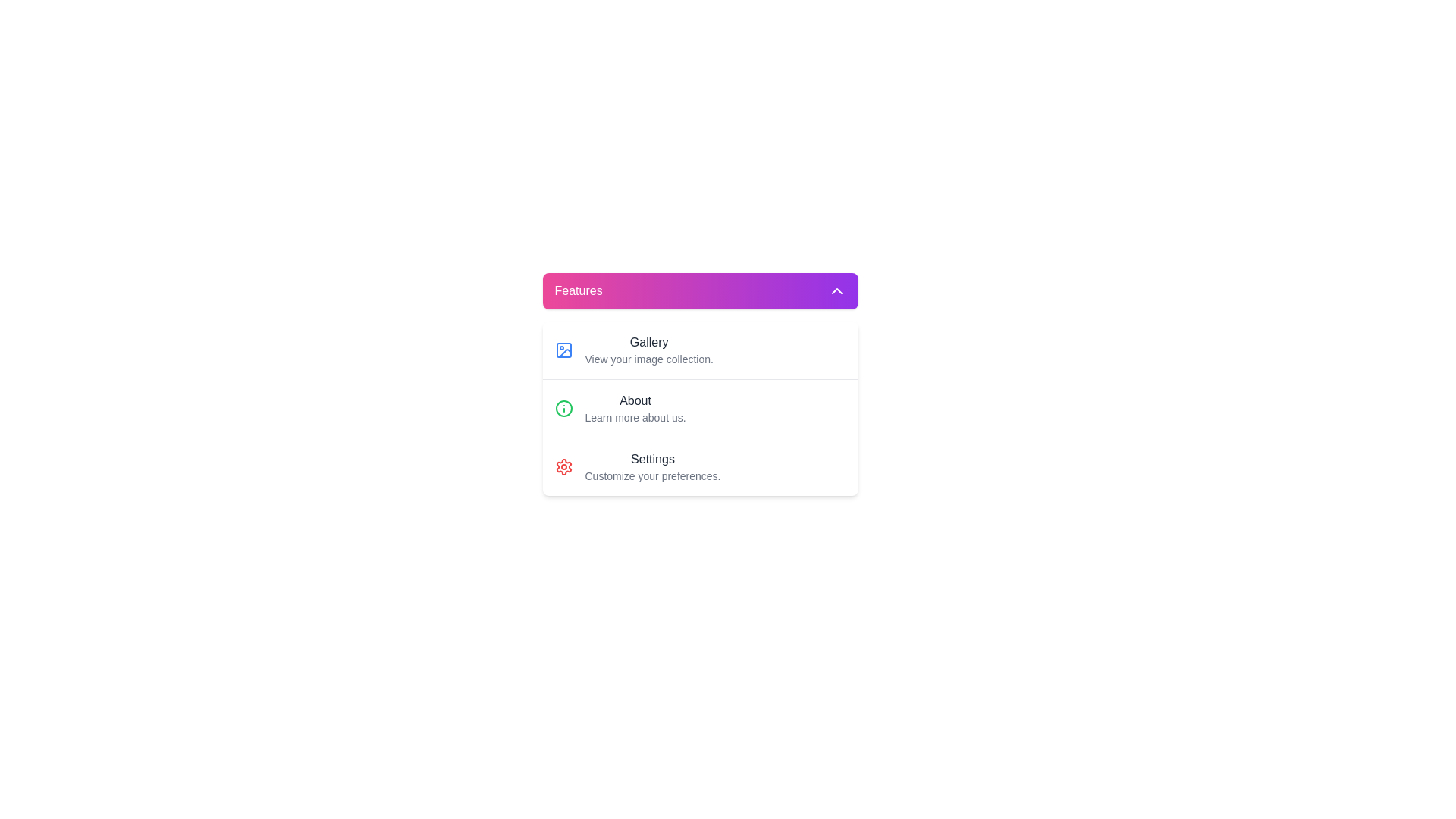 The height and width of the screenshot is (819, 1456). What do you see at coordinates (699, 408) in the screenshot?
I see `the second menu option in the vertical list, which is visually styled with a white background, shadow, and rounded corners, and labeled 'About.'` at bounding box center [699, 408].